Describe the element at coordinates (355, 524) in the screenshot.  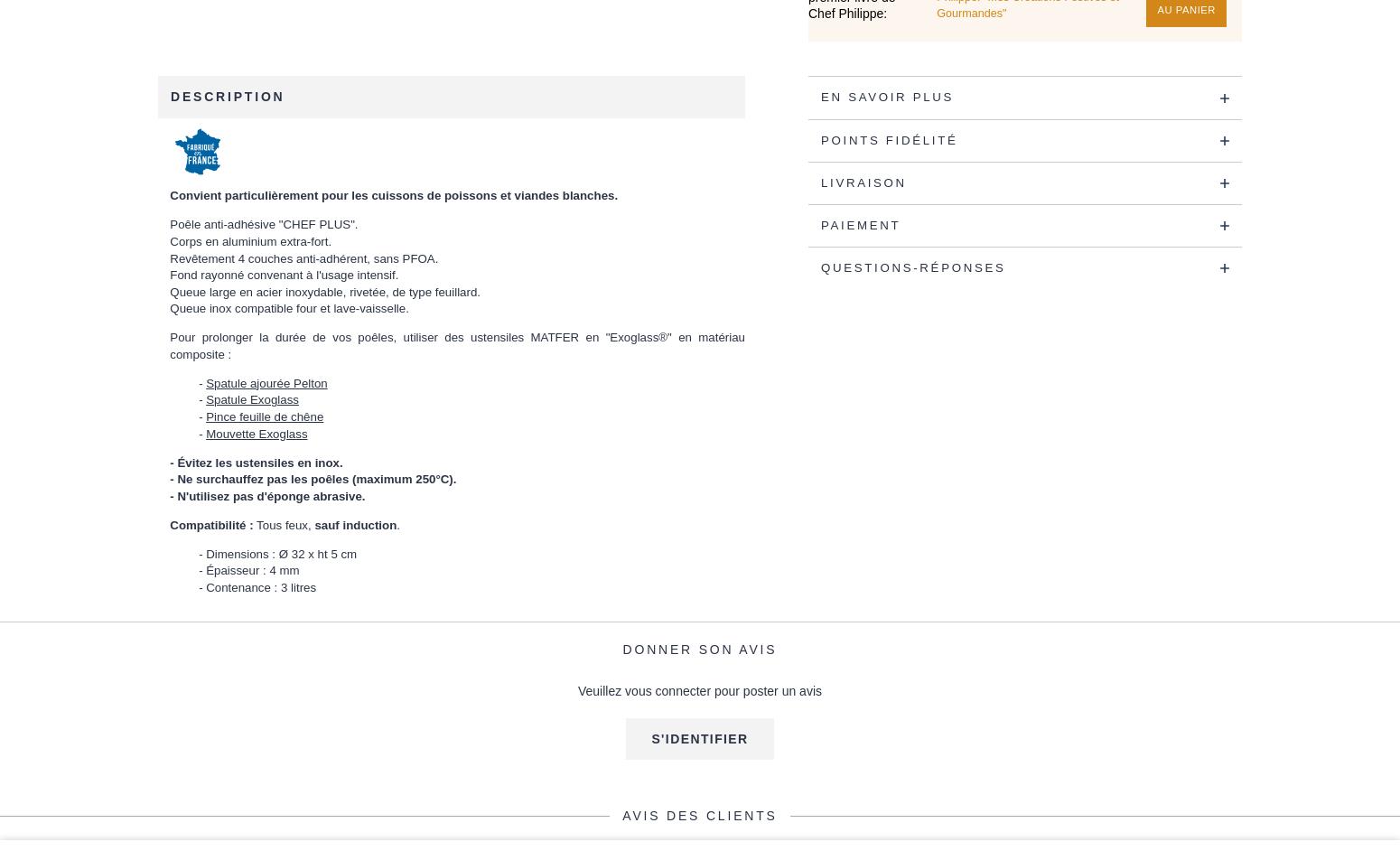
I see `'sauf induction'` at that location.